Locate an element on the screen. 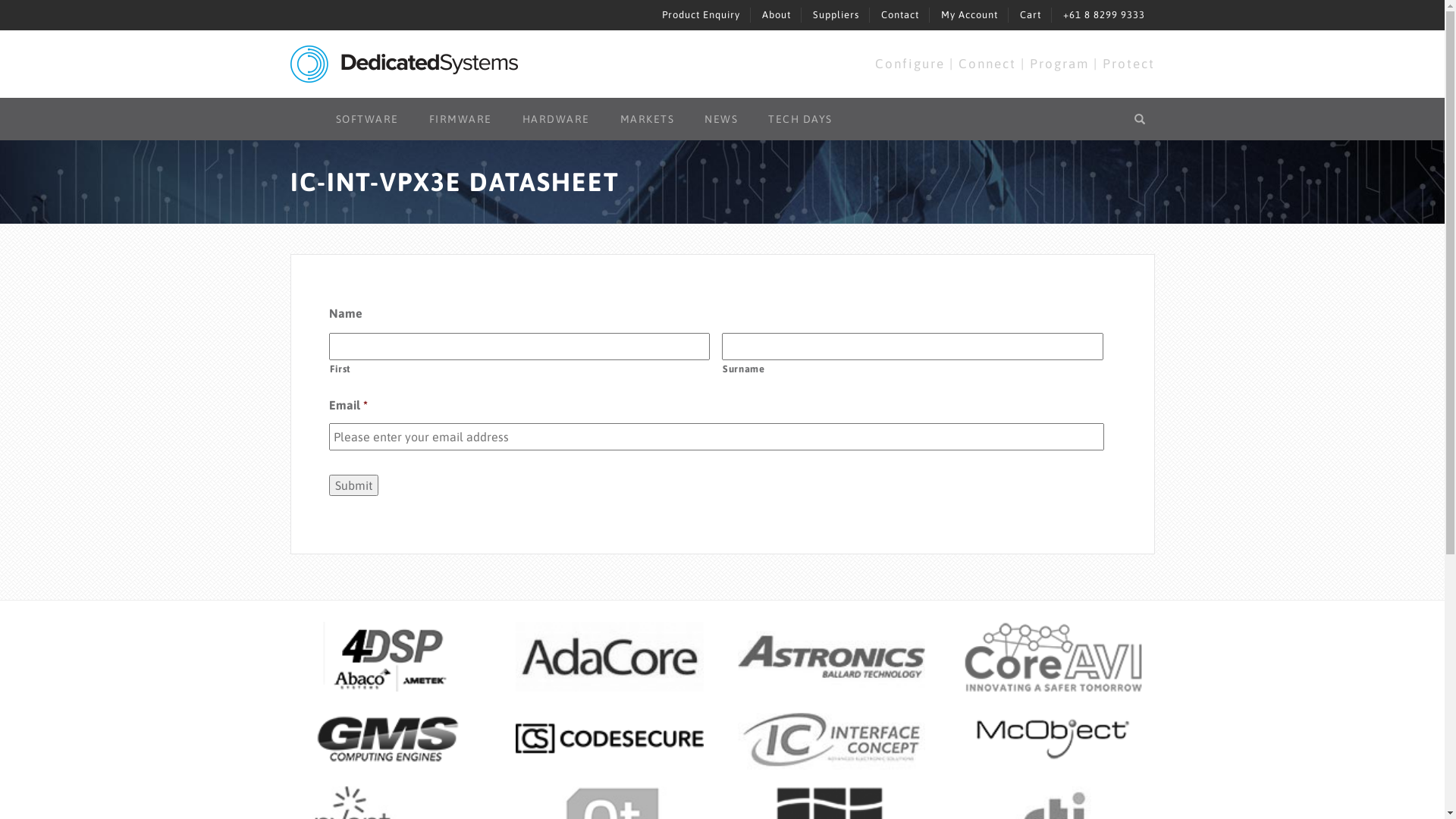 The width and height of the screenshot is (1456, 819). 'NEWS' is located at coordinates (720, 118).